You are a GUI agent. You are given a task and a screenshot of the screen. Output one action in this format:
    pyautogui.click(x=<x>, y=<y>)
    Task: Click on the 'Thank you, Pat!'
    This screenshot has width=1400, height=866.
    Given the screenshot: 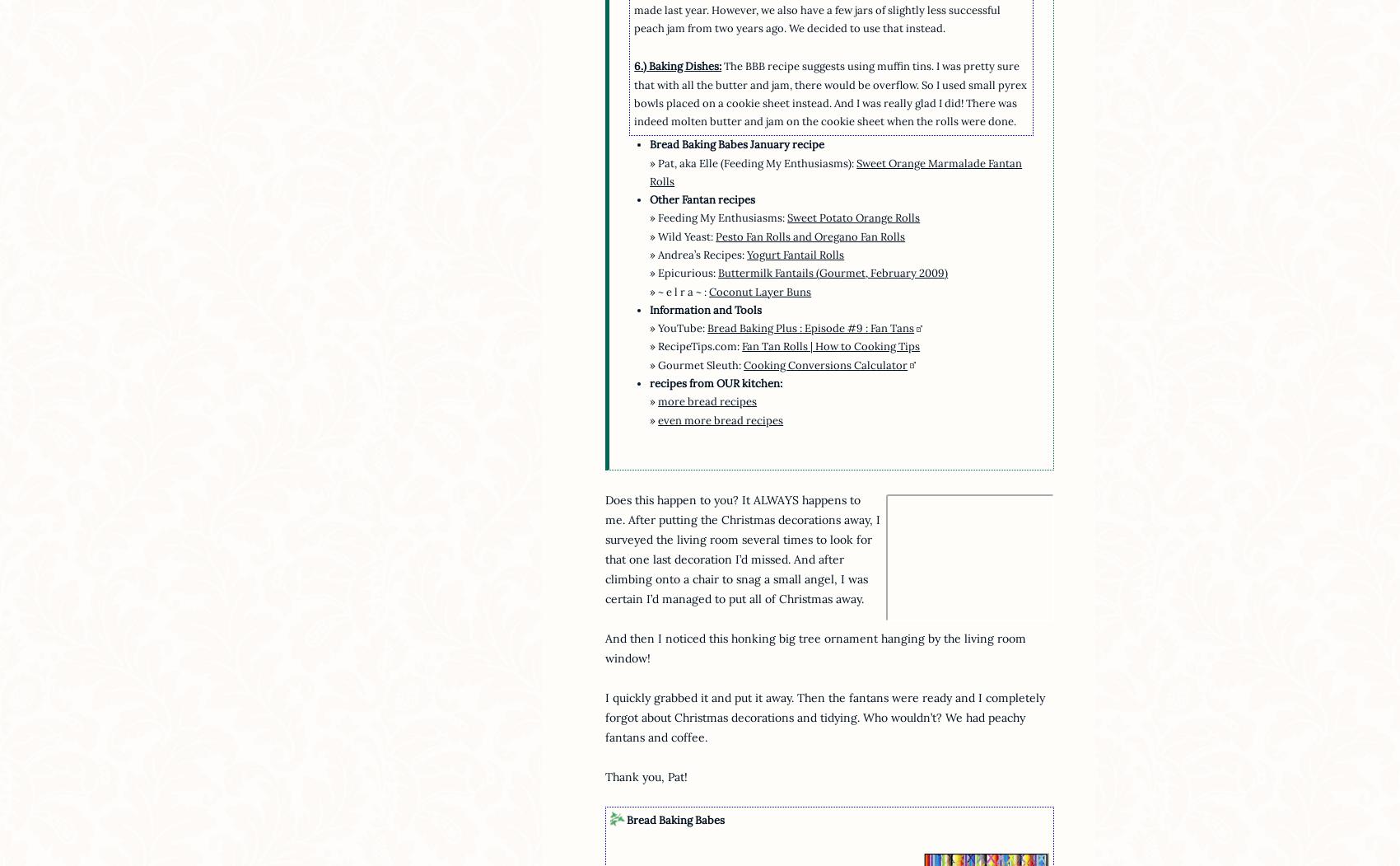 What is the action you would take?
    pyautogui.click(x=604, y=775)
    